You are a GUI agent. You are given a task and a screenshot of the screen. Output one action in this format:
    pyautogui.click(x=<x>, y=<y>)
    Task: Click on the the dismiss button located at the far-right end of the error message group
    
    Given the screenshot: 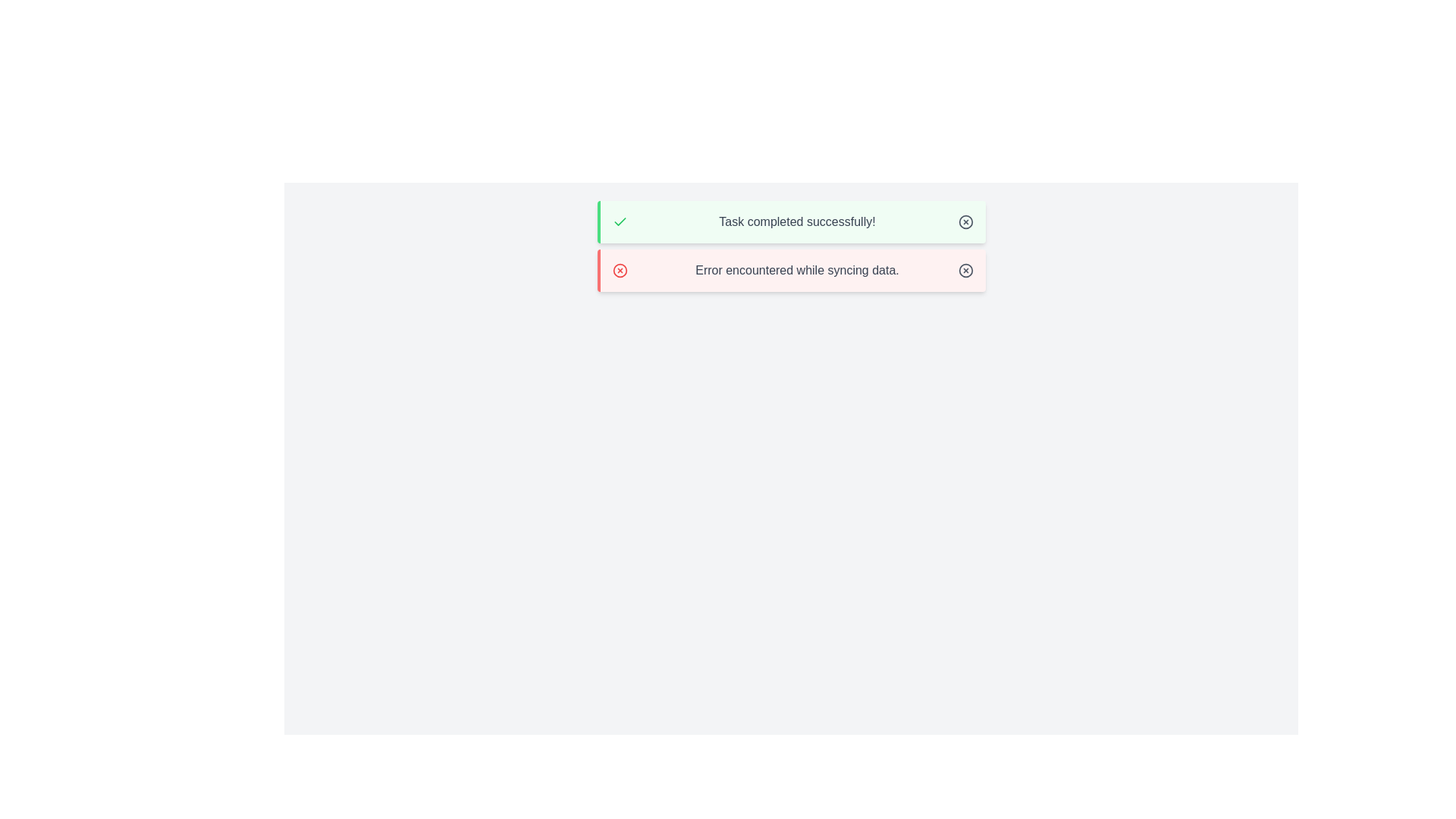 What is the action you would take?
    pyautogui.click(x=965, y=270)
    